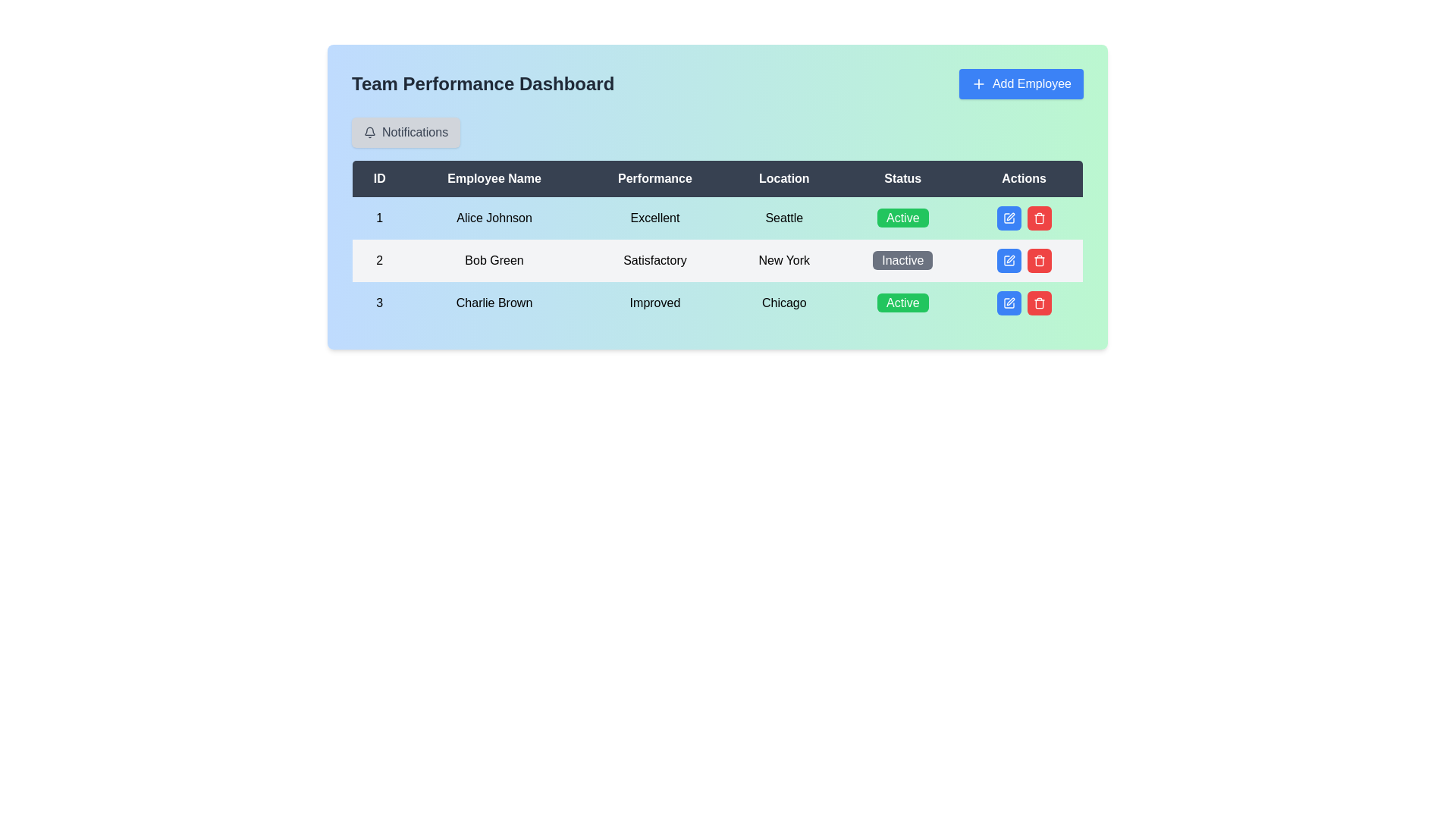 This screenshot has height=819, width=1456. I want to click on the delete button located in the 'Actions' column of the second row in the data table, so click(1038, 259).